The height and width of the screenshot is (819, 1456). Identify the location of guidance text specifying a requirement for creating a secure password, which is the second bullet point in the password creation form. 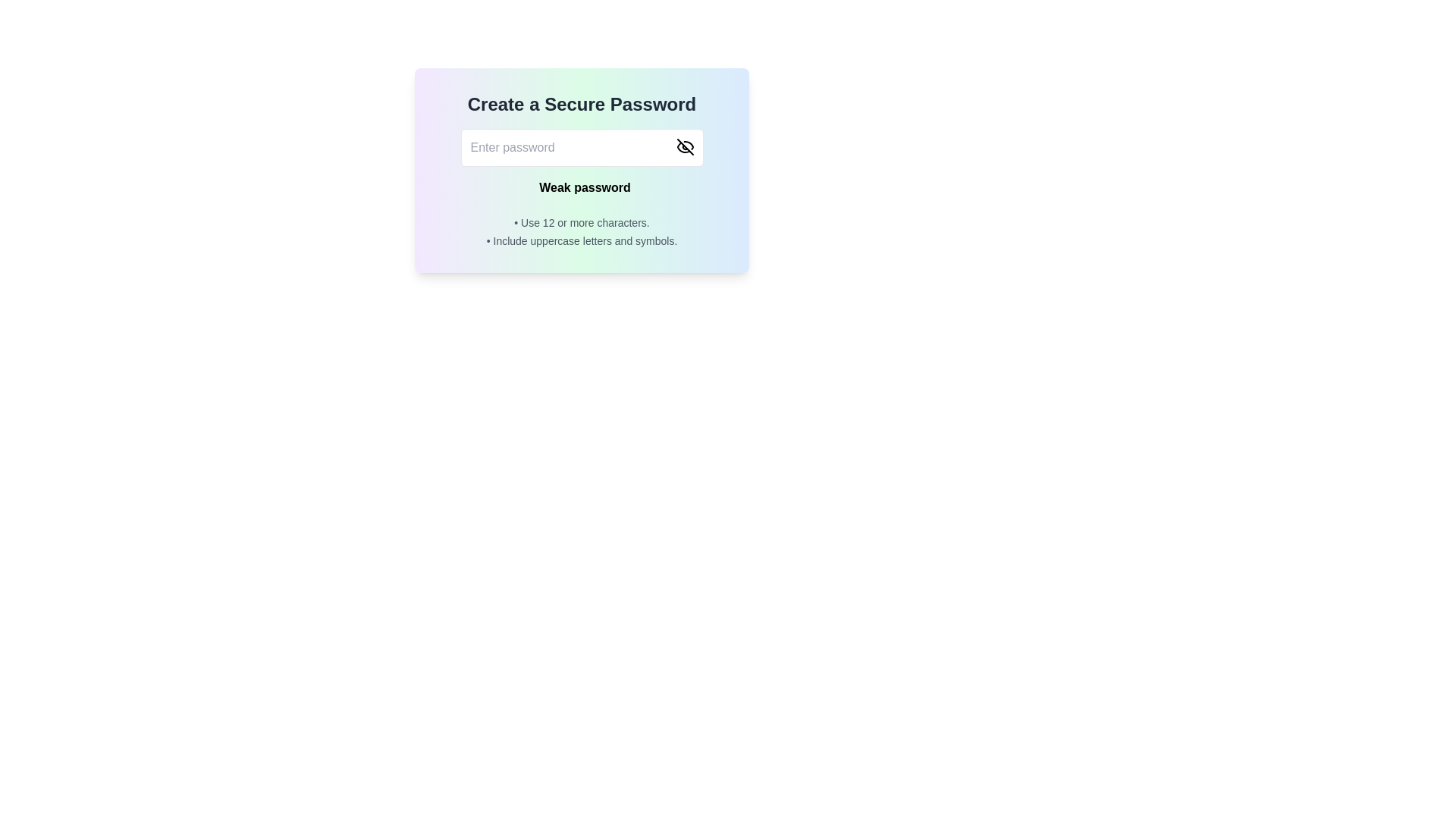
(581, 240).